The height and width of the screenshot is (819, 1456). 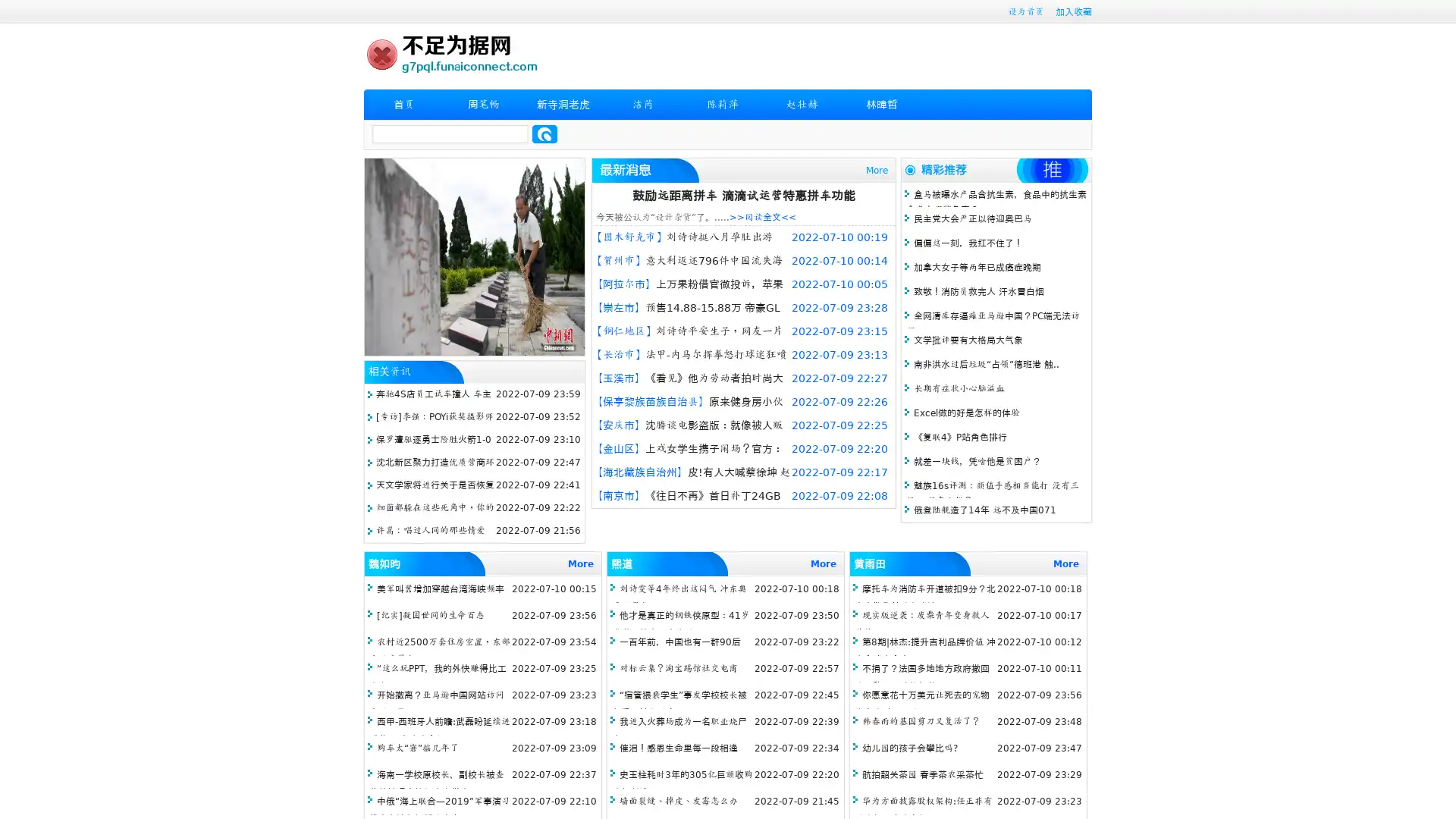 I want to click on Search, so click(x=544, y=133).